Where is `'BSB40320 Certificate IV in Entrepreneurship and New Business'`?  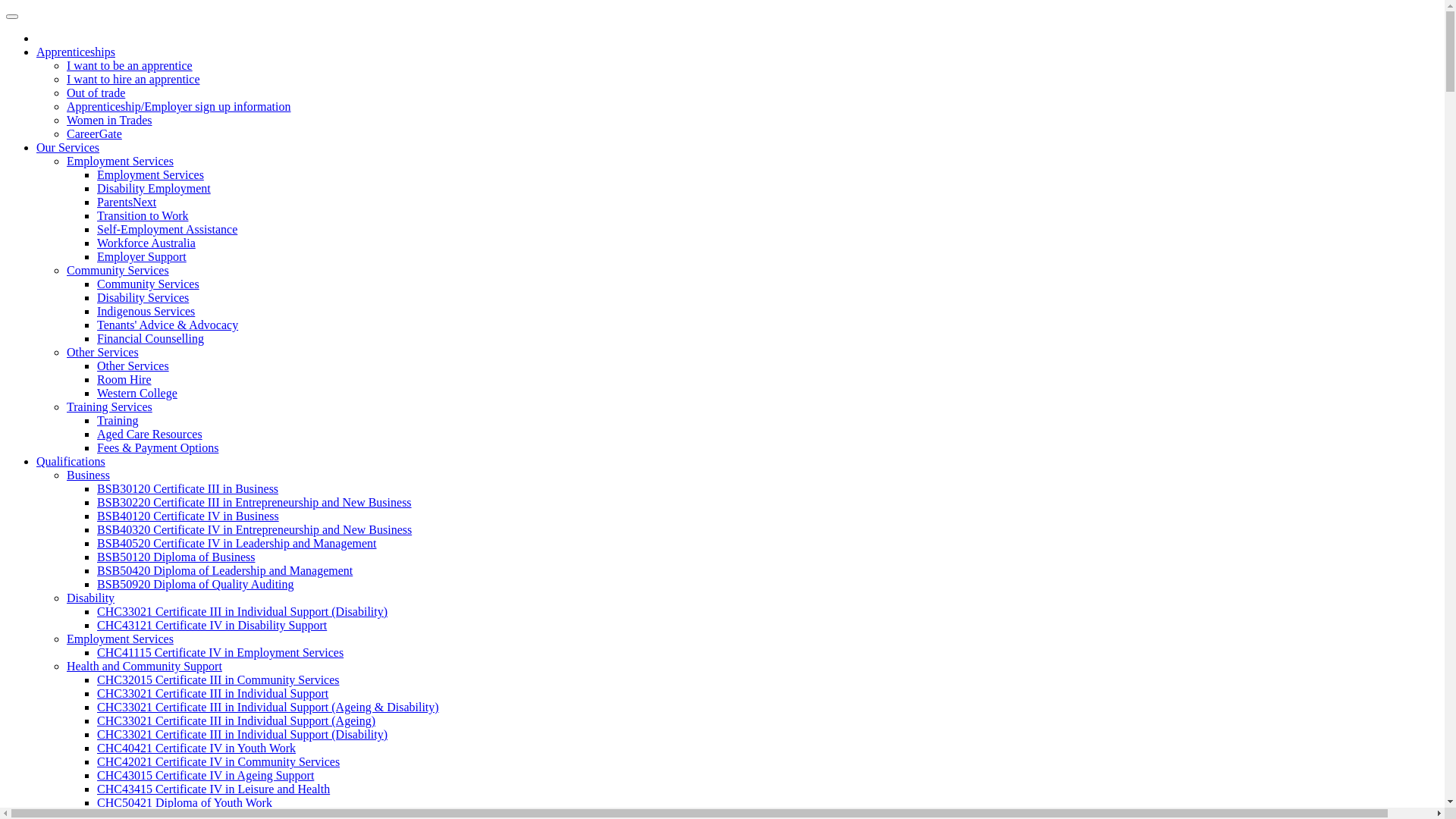 'BSB40320 Certificate IV in Entrepreneurship and New Business' is located at coordinates (254, 529).